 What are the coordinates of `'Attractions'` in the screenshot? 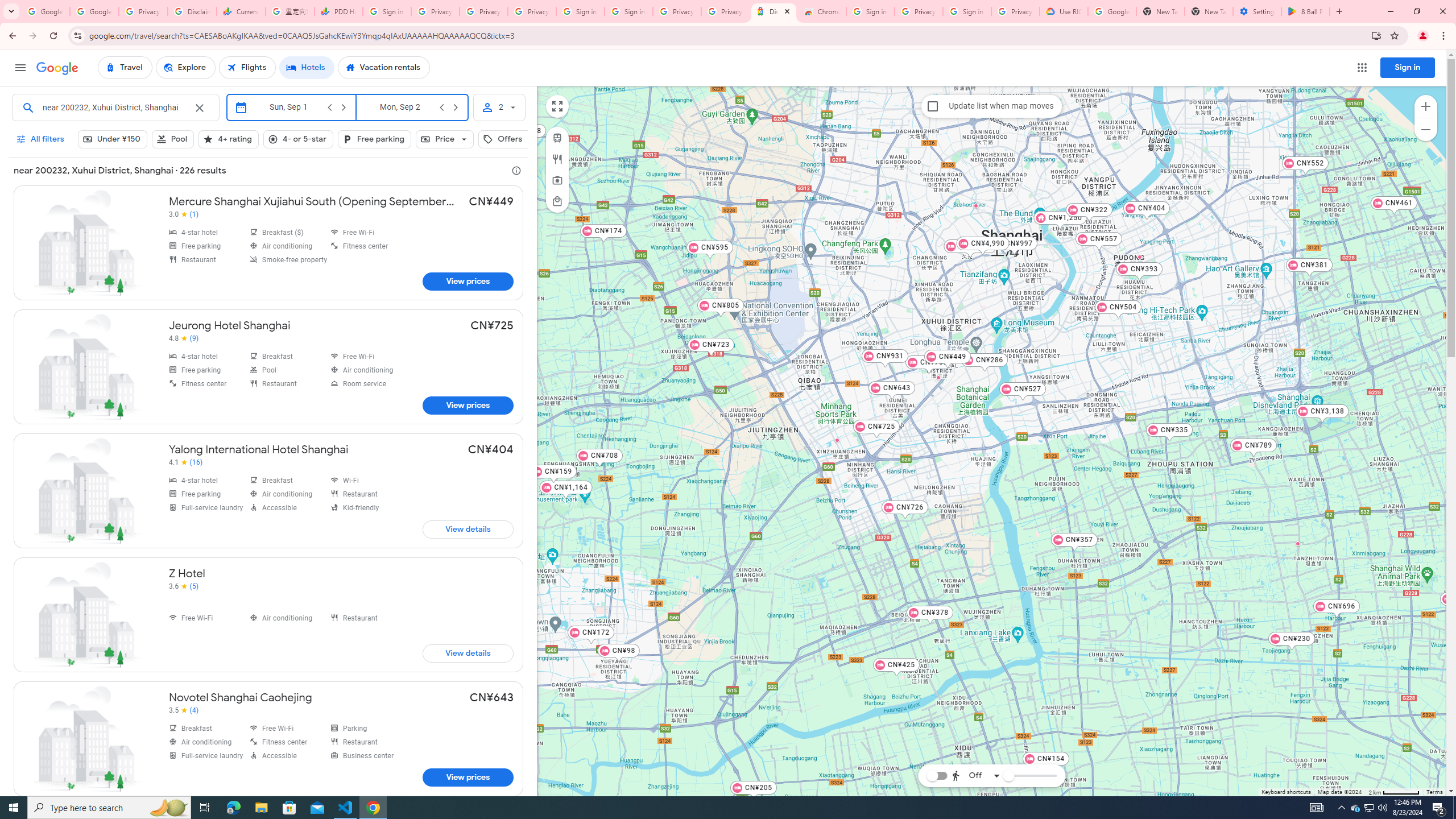 It's located at (556, 179).